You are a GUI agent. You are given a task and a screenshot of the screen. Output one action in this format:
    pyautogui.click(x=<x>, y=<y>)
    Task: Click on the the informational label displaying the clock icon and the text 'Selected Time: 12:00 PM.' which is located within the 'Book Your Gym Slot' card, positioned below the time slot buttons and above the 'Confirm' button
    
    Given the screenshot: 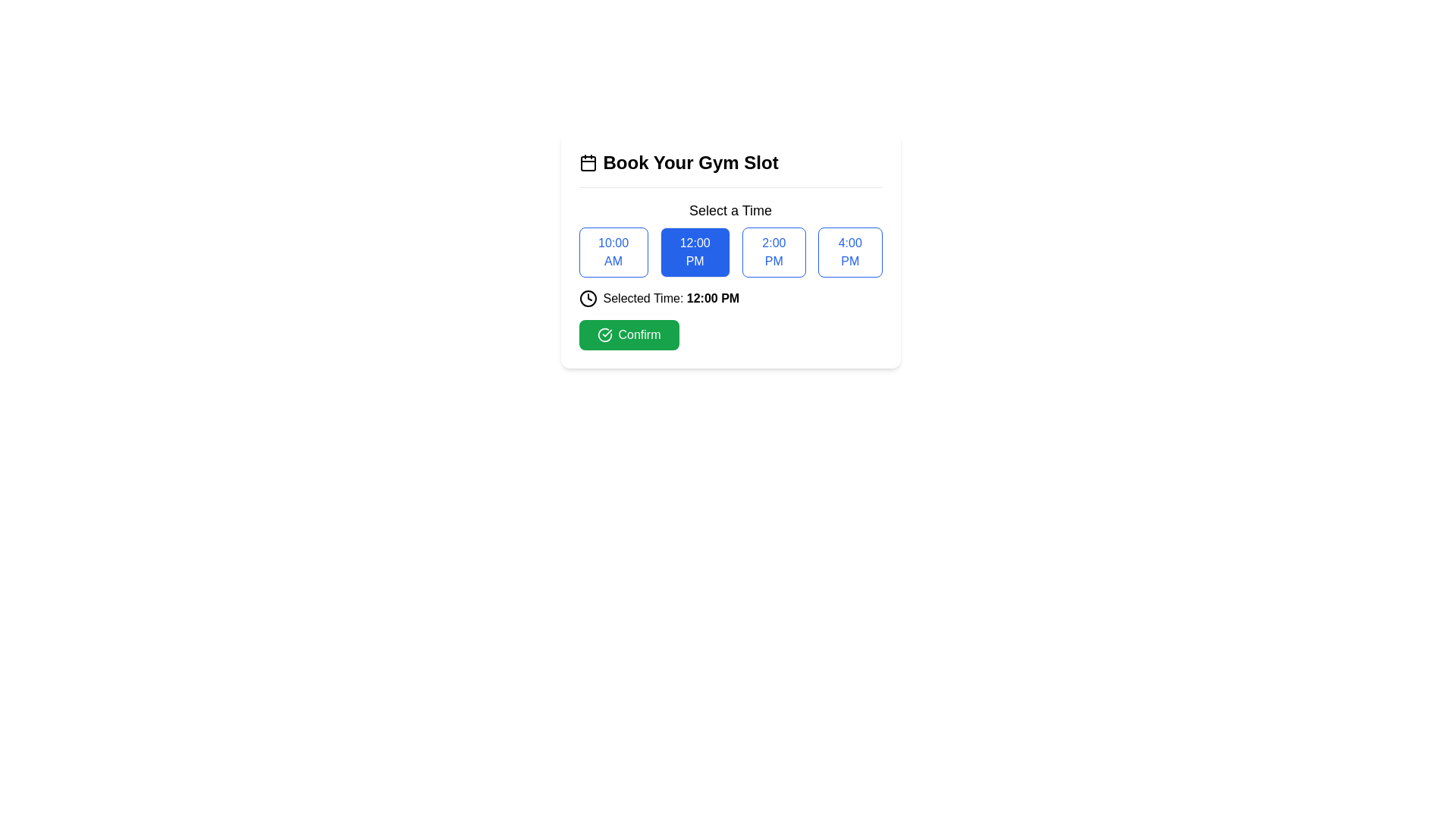 What is the action you would take?
    pyautogui.click(x=730, y=298)
    